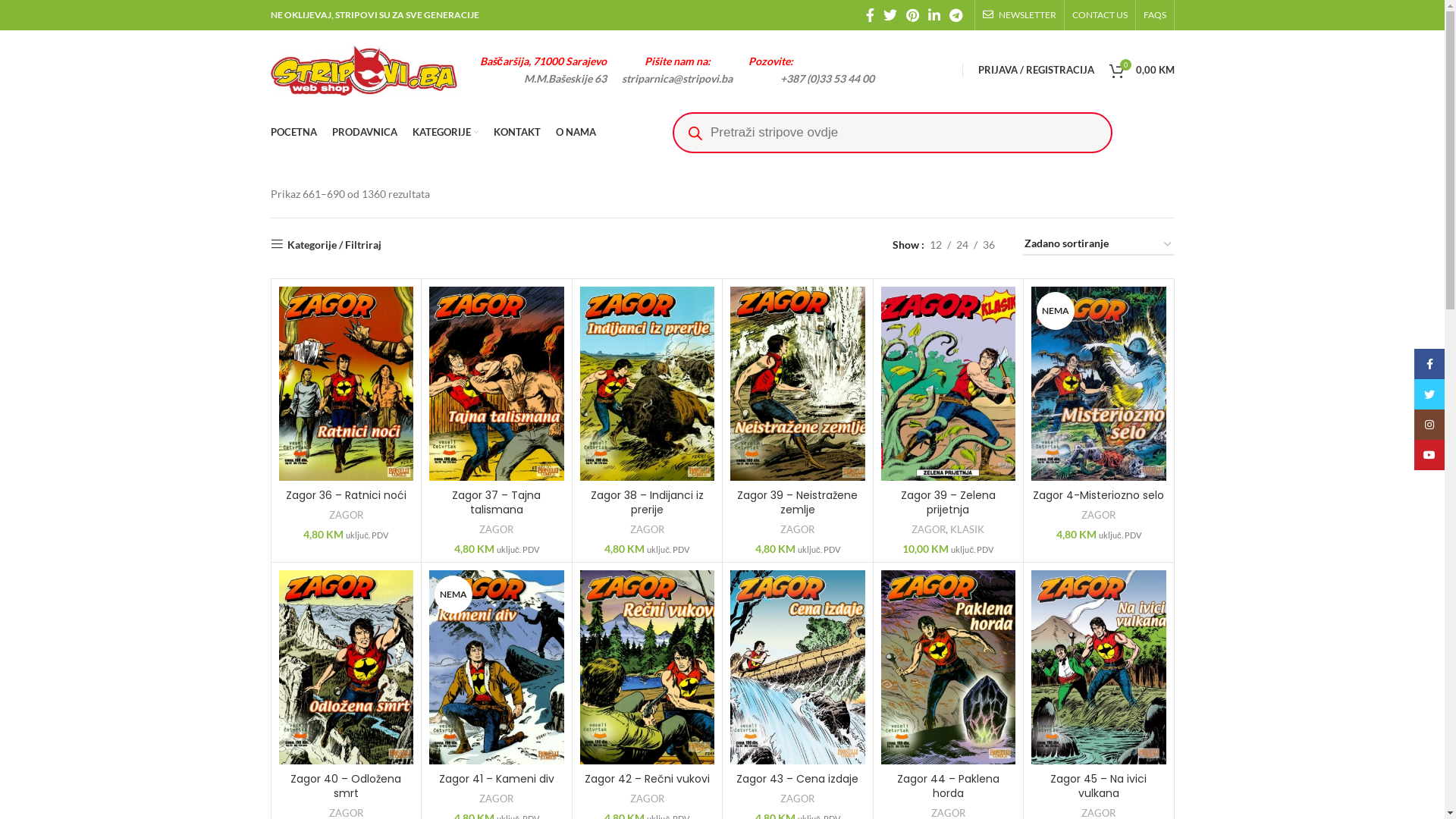  Describe the element at coordinates (444, 131) in the screenshot. I see `'KATEGORIJE'` at that location.